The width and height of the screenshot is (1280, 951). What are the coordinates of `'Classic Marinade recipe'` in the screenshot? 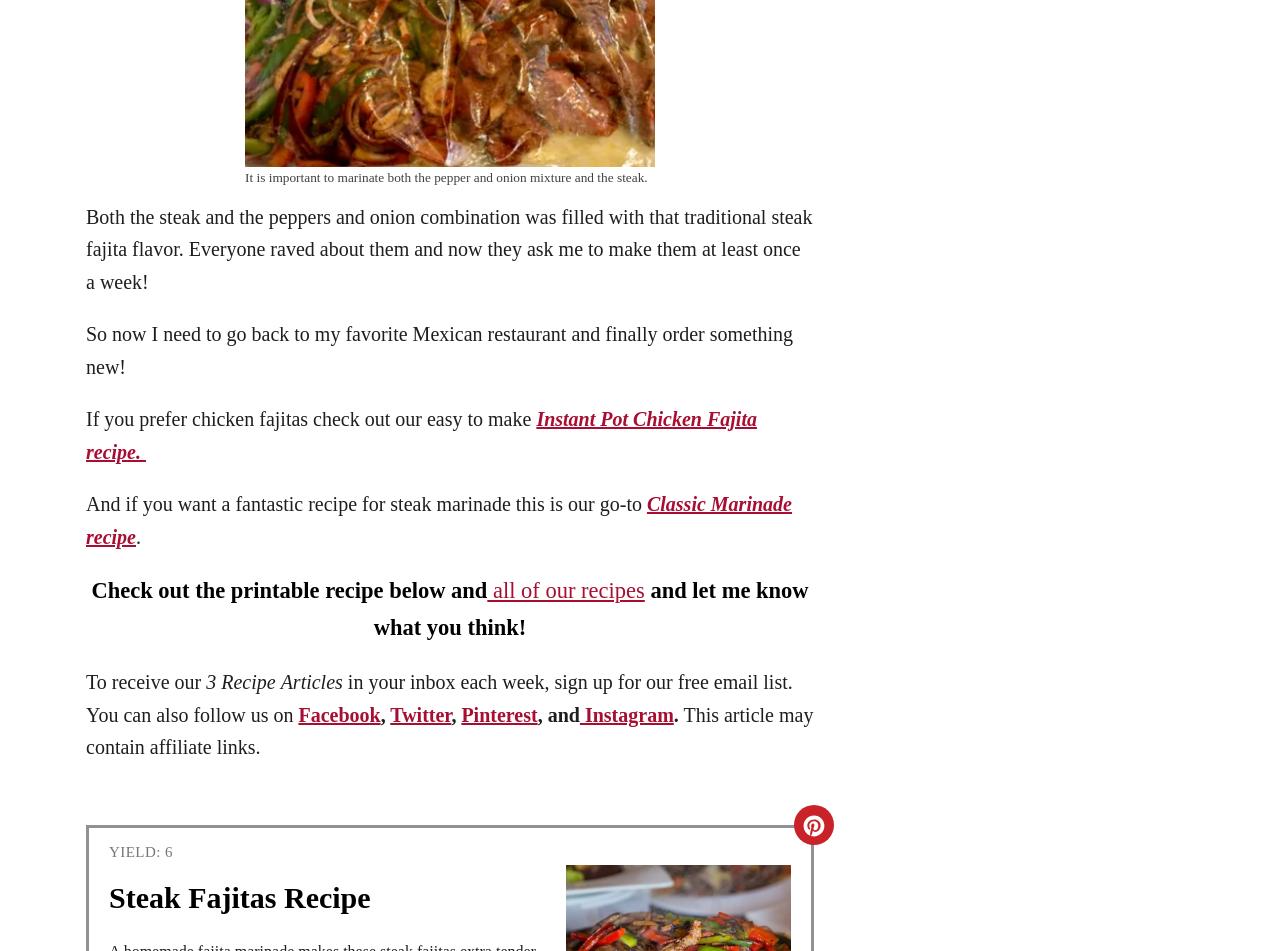 It's located at (437, 519).